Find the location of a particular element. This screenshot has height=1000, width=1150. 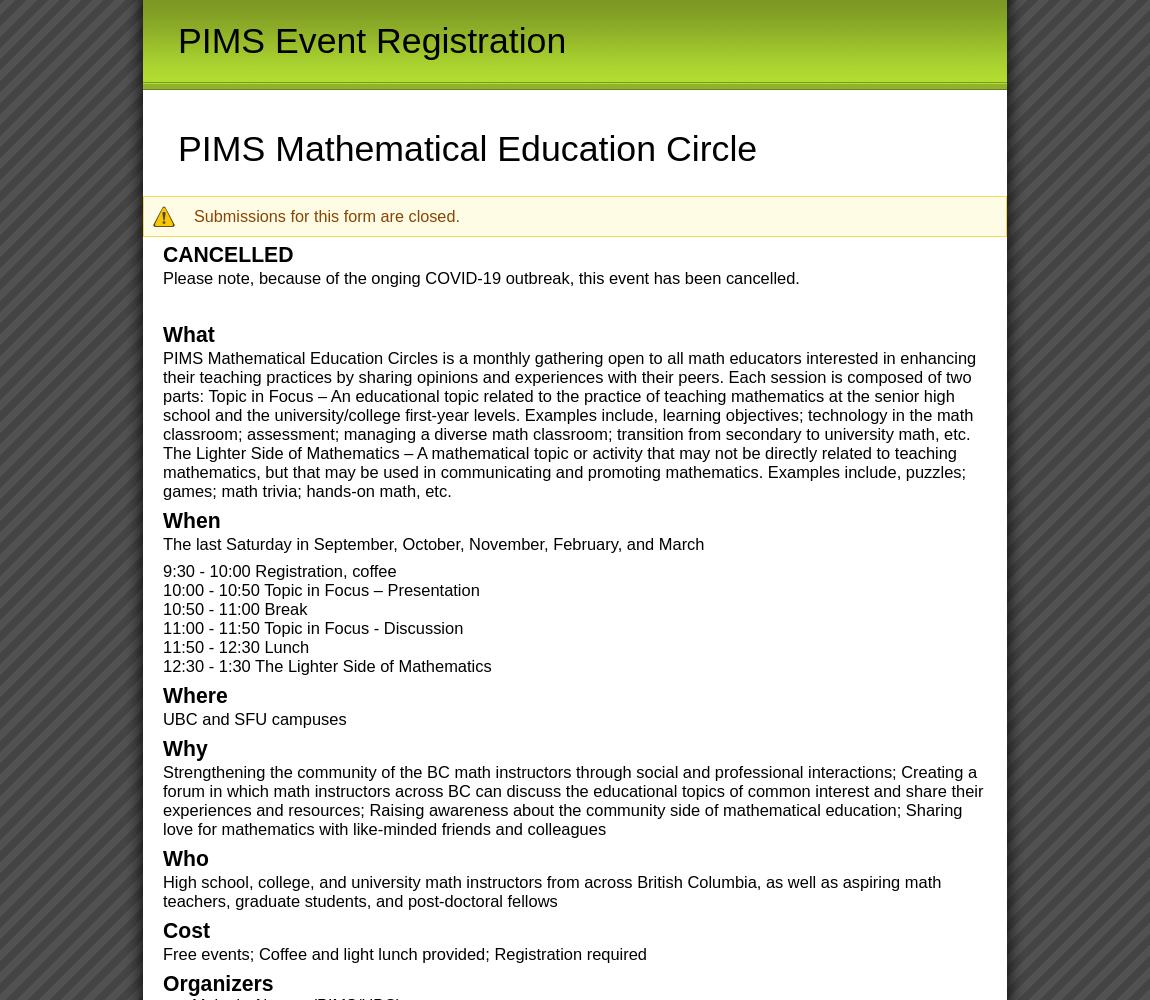

'Please note, because of the onging COVID-19 outbreak, this event has been cancelled.' is located at coordinates (481, 278).